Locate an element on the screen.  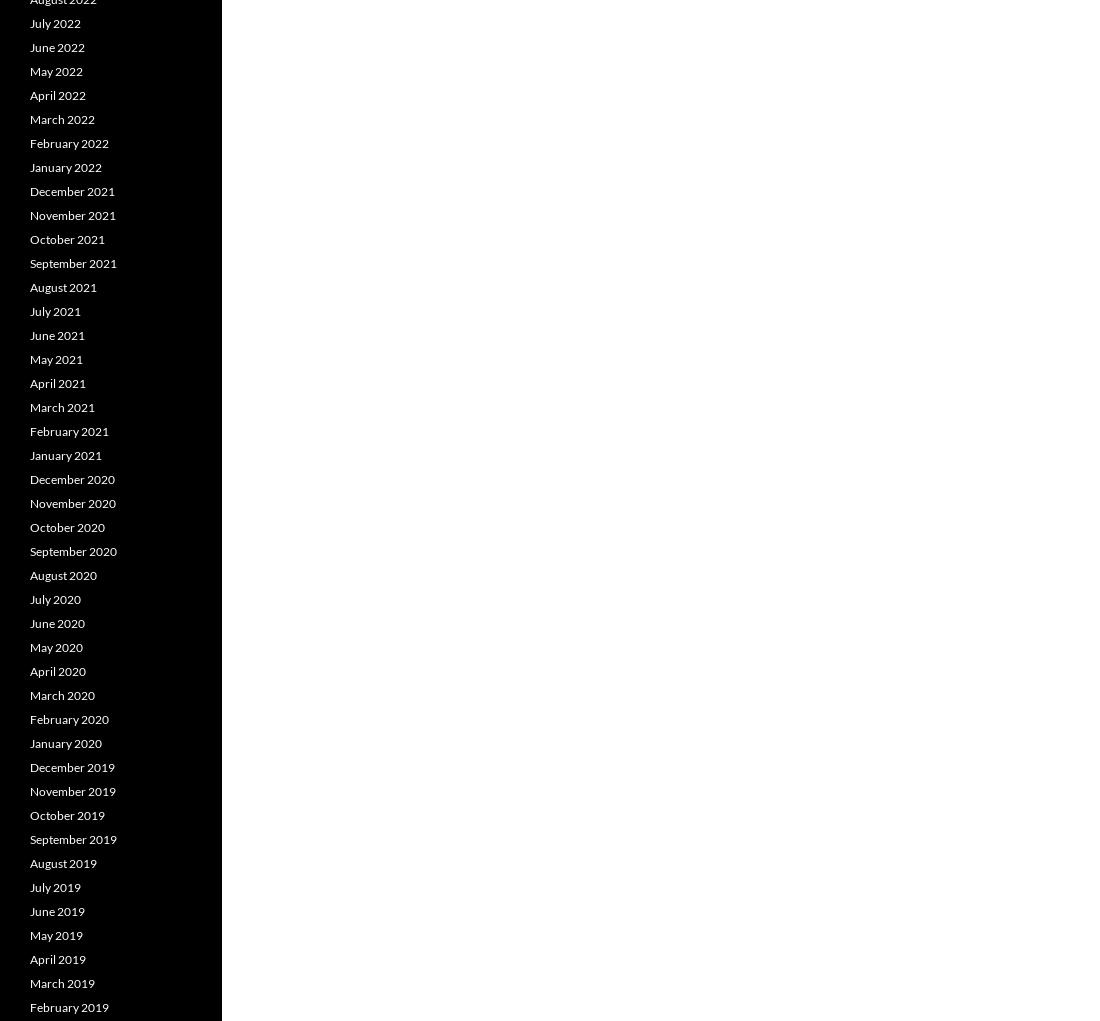
'May 2022' is located at coordinates (55, 71).